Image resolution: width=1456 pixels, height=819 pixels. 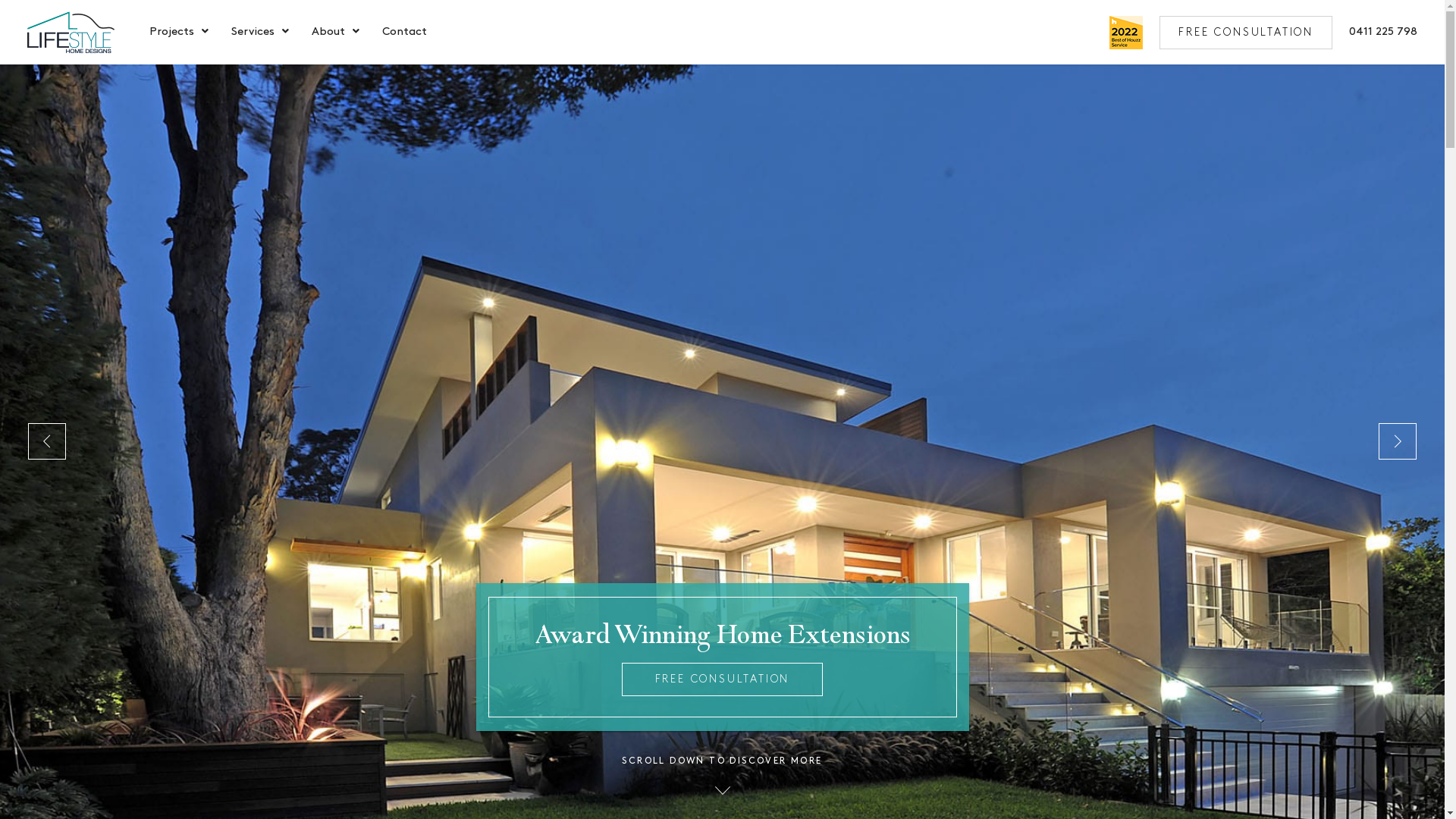 What do you see at coordinates (327, 33) in the screenshot?
I see `'About'` at bounding box center [327, 33].